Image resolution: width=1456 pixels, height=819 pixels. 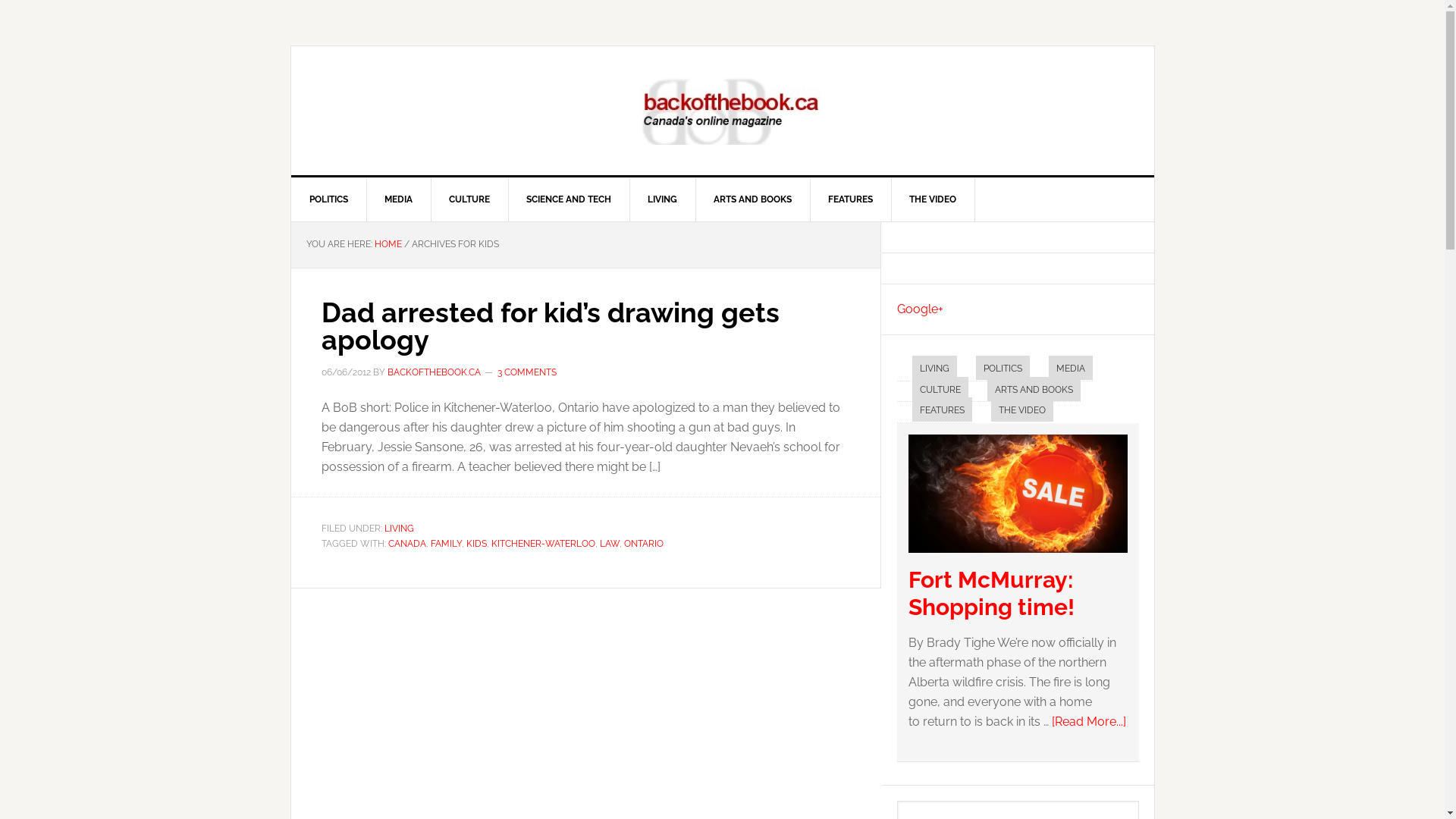 I want to click on 'POLITICS', so click(x=1002, y=368).